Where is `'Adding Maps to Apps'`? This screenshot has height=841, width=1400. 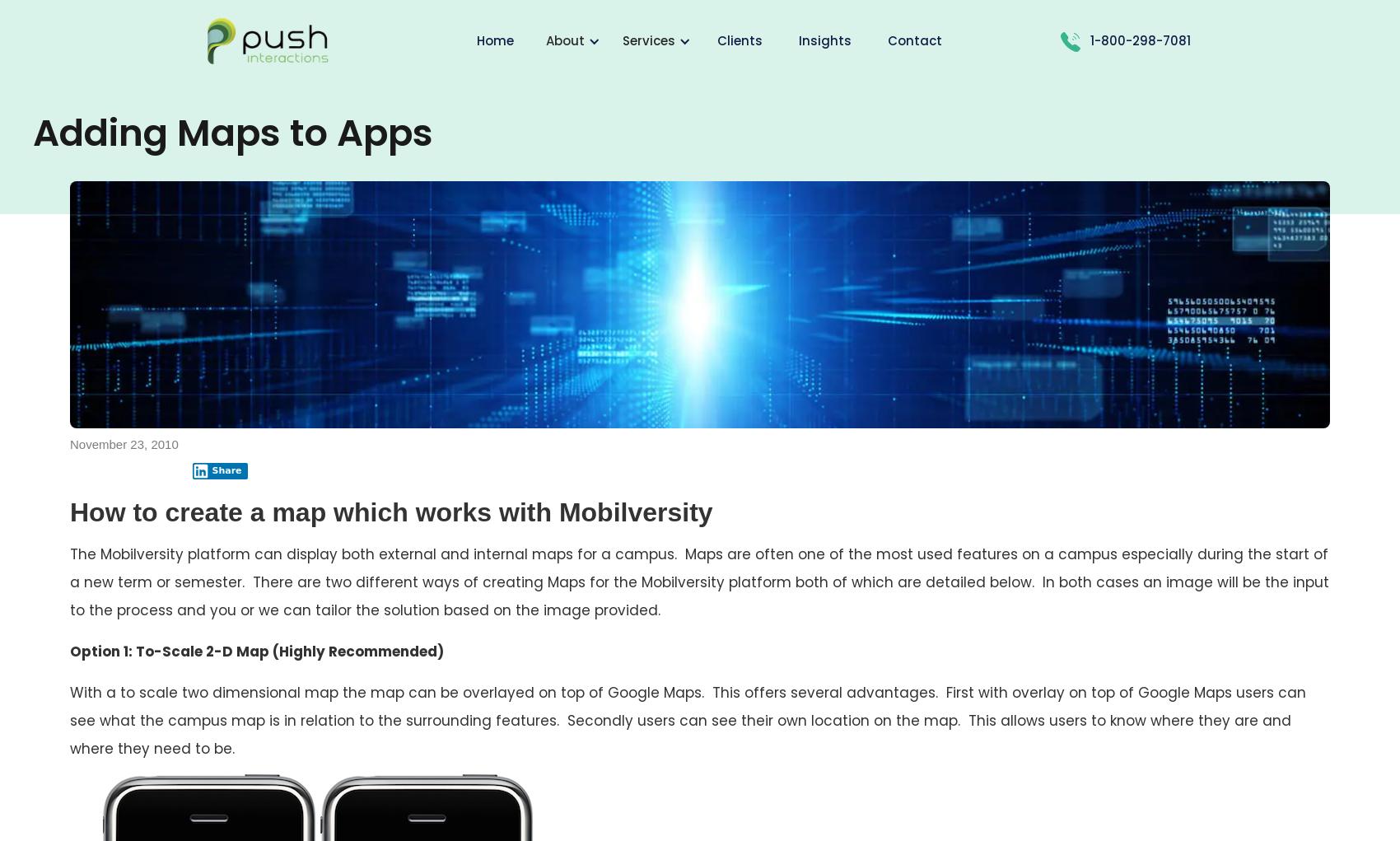
'Adding Maps to Apps' is located at coordinates (32, 131).